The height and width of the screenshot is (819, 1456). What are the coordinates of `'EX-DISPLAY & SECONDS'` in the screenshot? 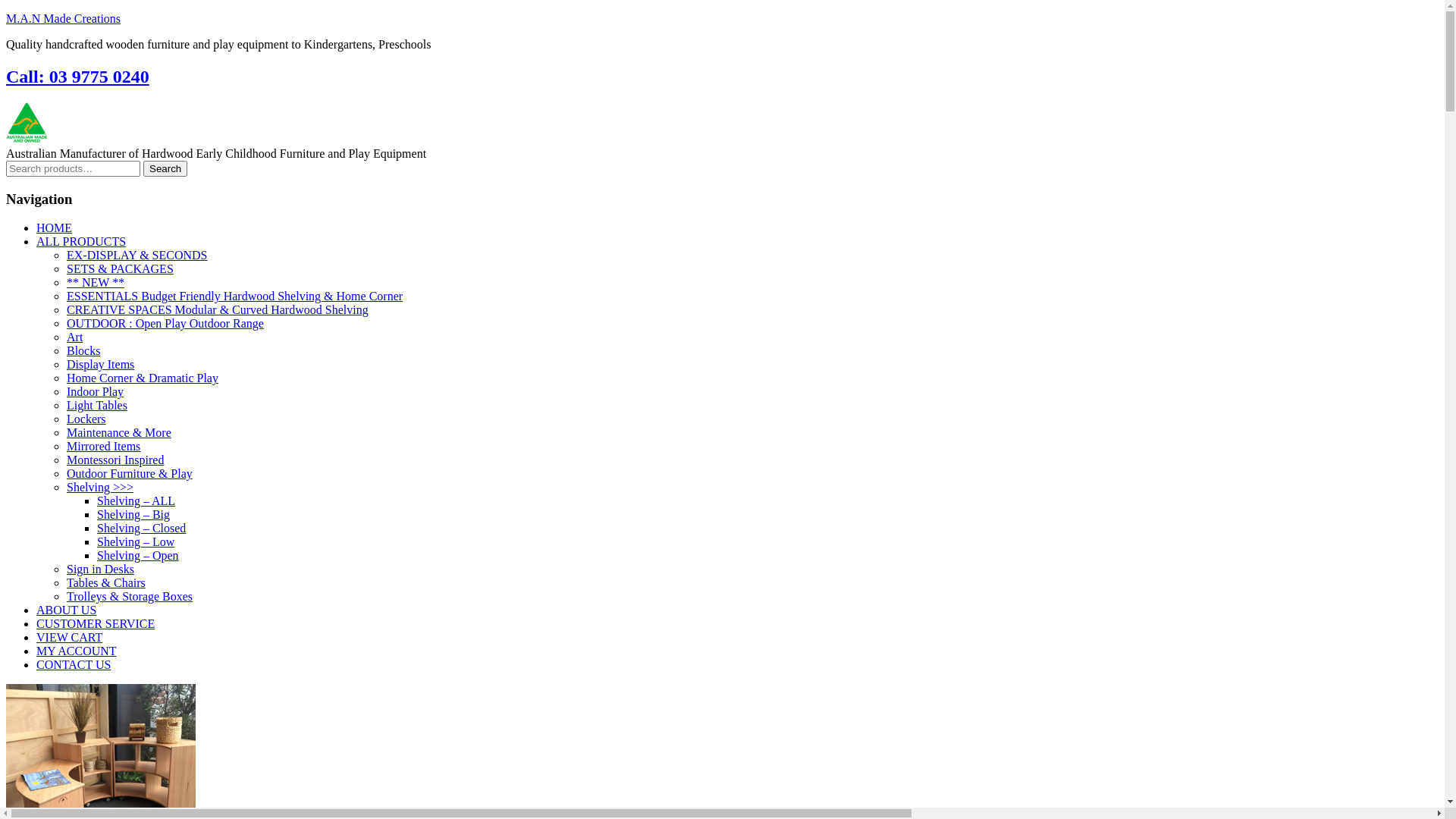 It's located at (137, 254).